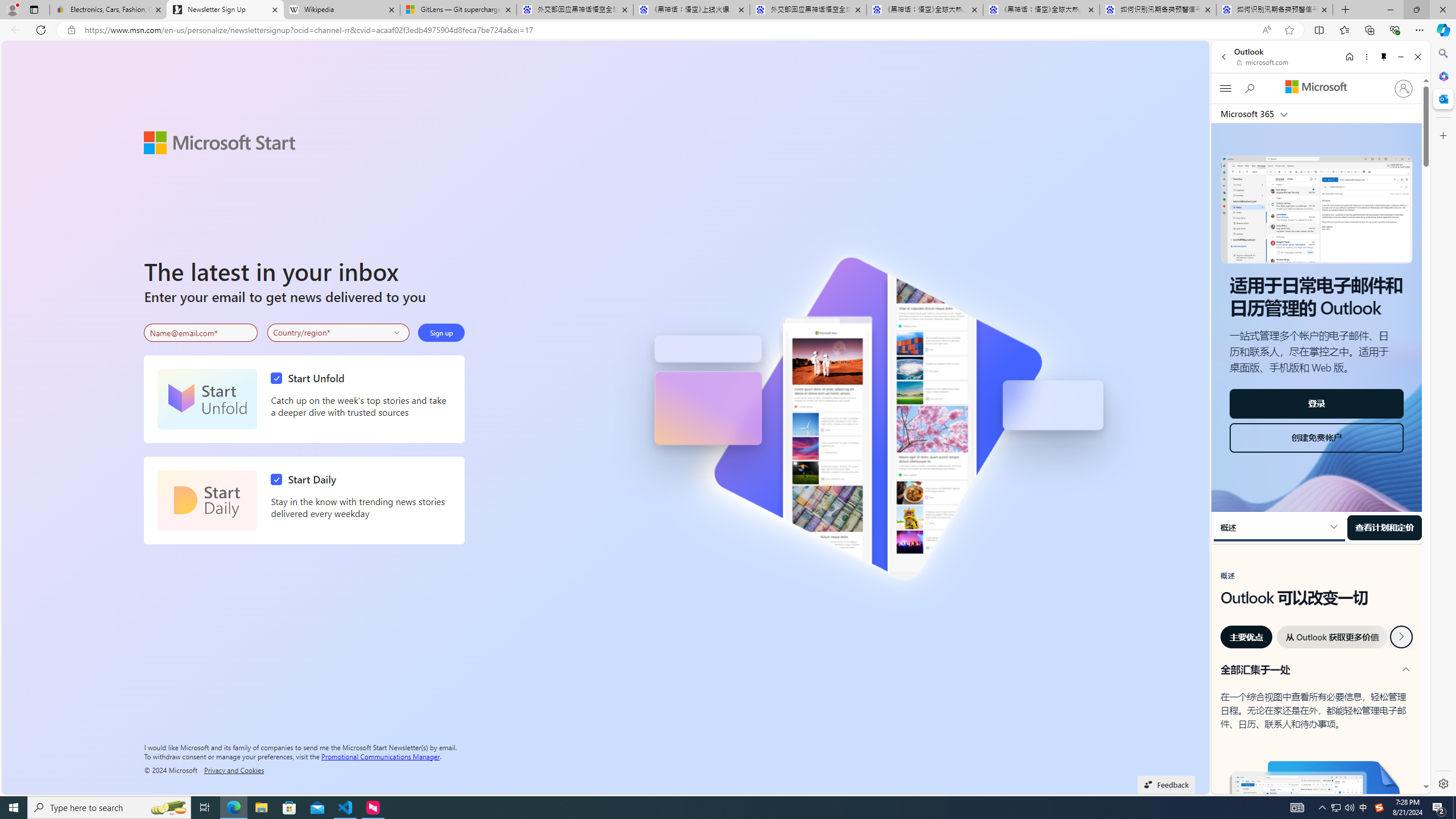 This screenshot has height=819, width=1456. Describe the element at coordinates (225, 9) in the screenshot. I see `'Newsletter Sign Up'` at that location.